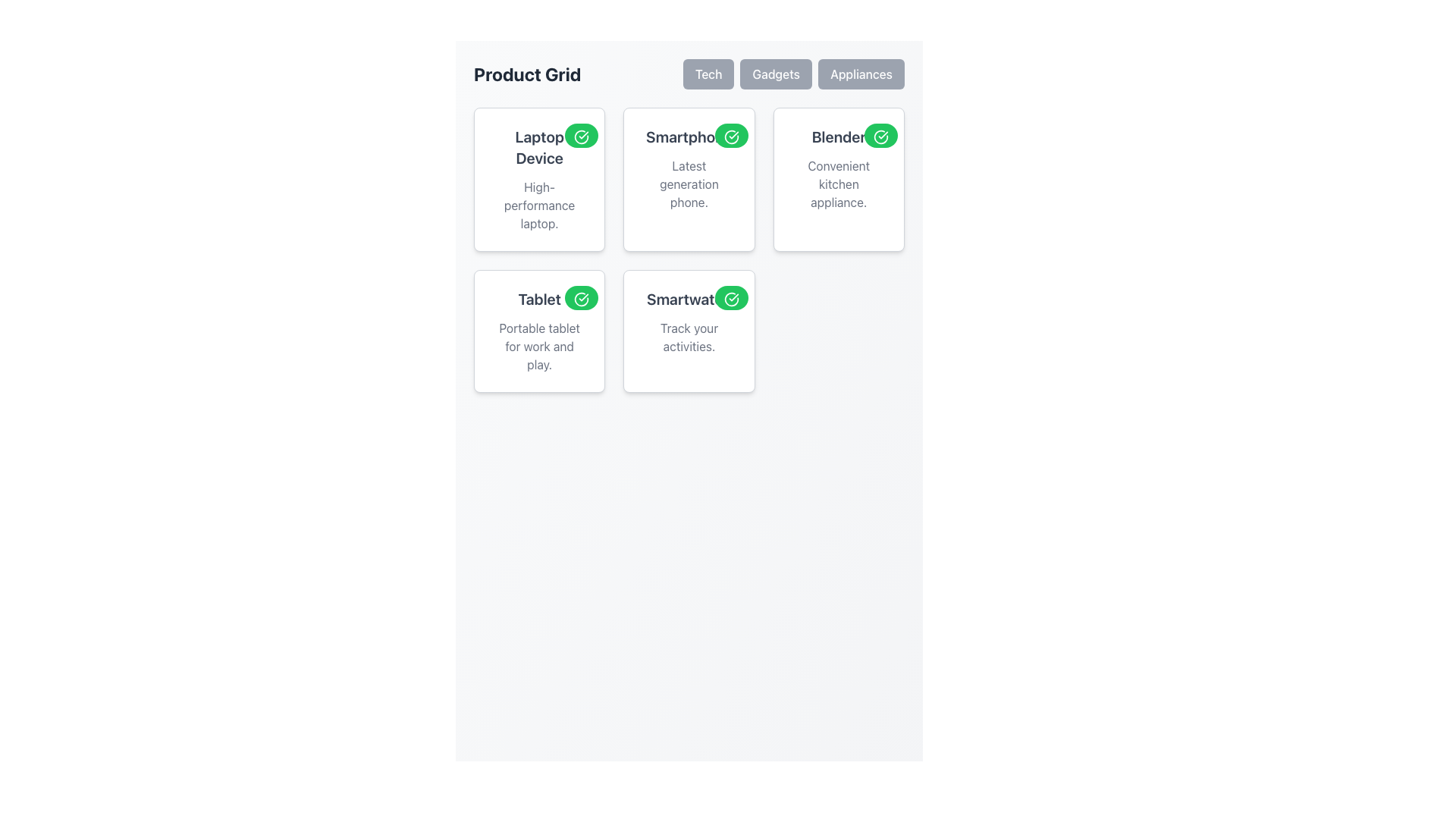 The image size is (1456, 819). What do you see at coordinates (731, 298) in the screenshot?
I see `the confirmation button in the top-right corner of the 'Smartwatch' card` at bounding box center [731, 298].